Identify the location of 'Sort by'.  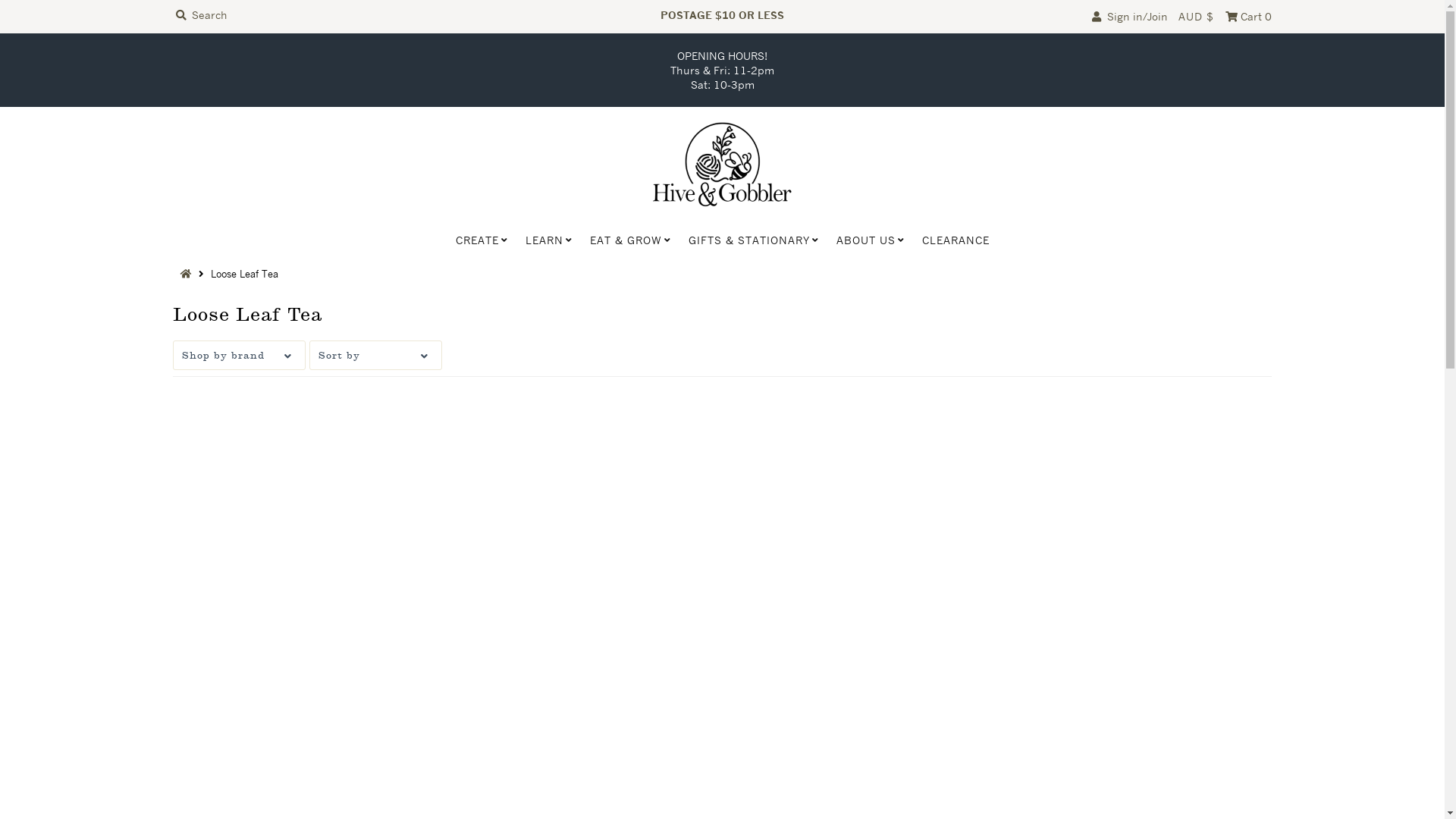
(375, 355).